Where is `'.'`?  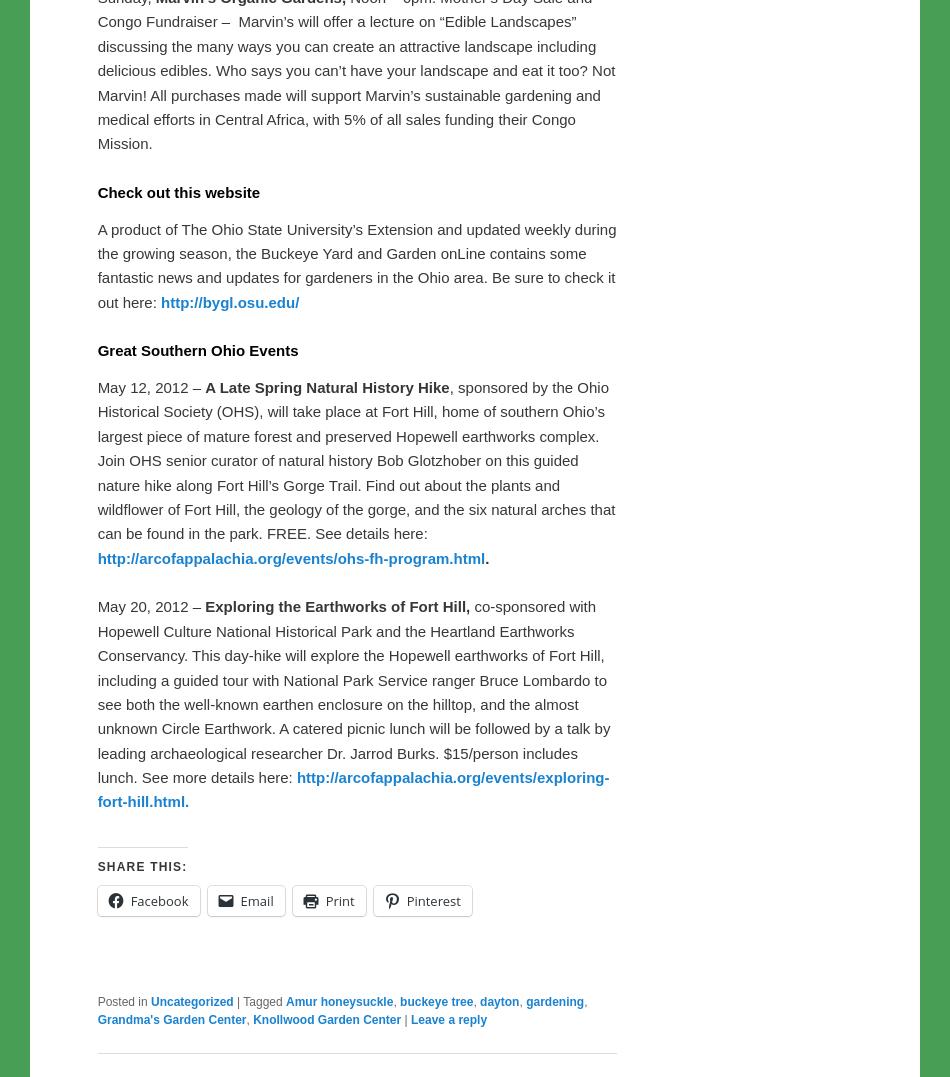
'.' is located at coordinates (486, 557).